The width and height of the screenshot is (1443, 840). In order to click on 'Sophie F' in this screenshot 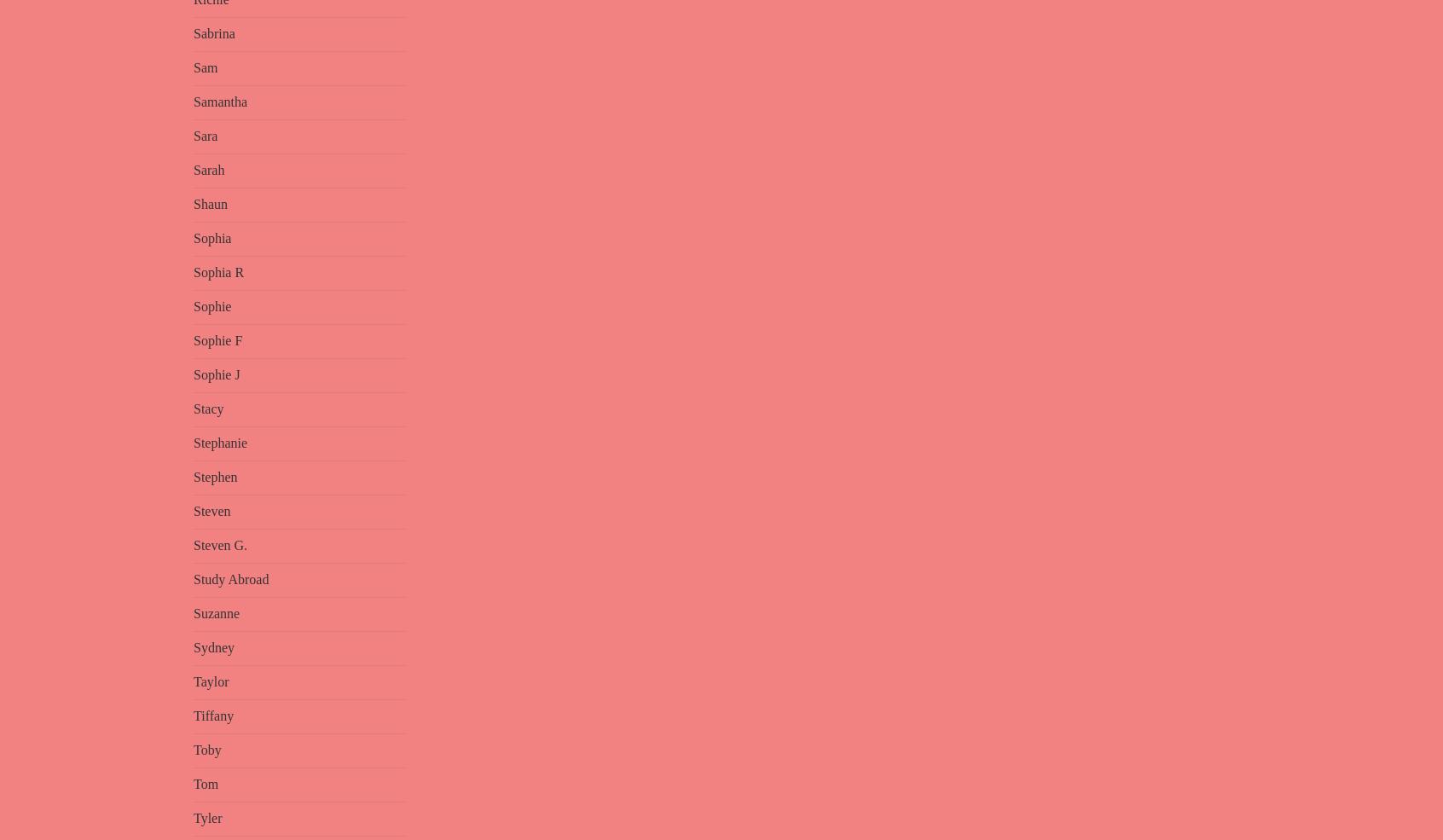, I will do `click(217, 339)`.